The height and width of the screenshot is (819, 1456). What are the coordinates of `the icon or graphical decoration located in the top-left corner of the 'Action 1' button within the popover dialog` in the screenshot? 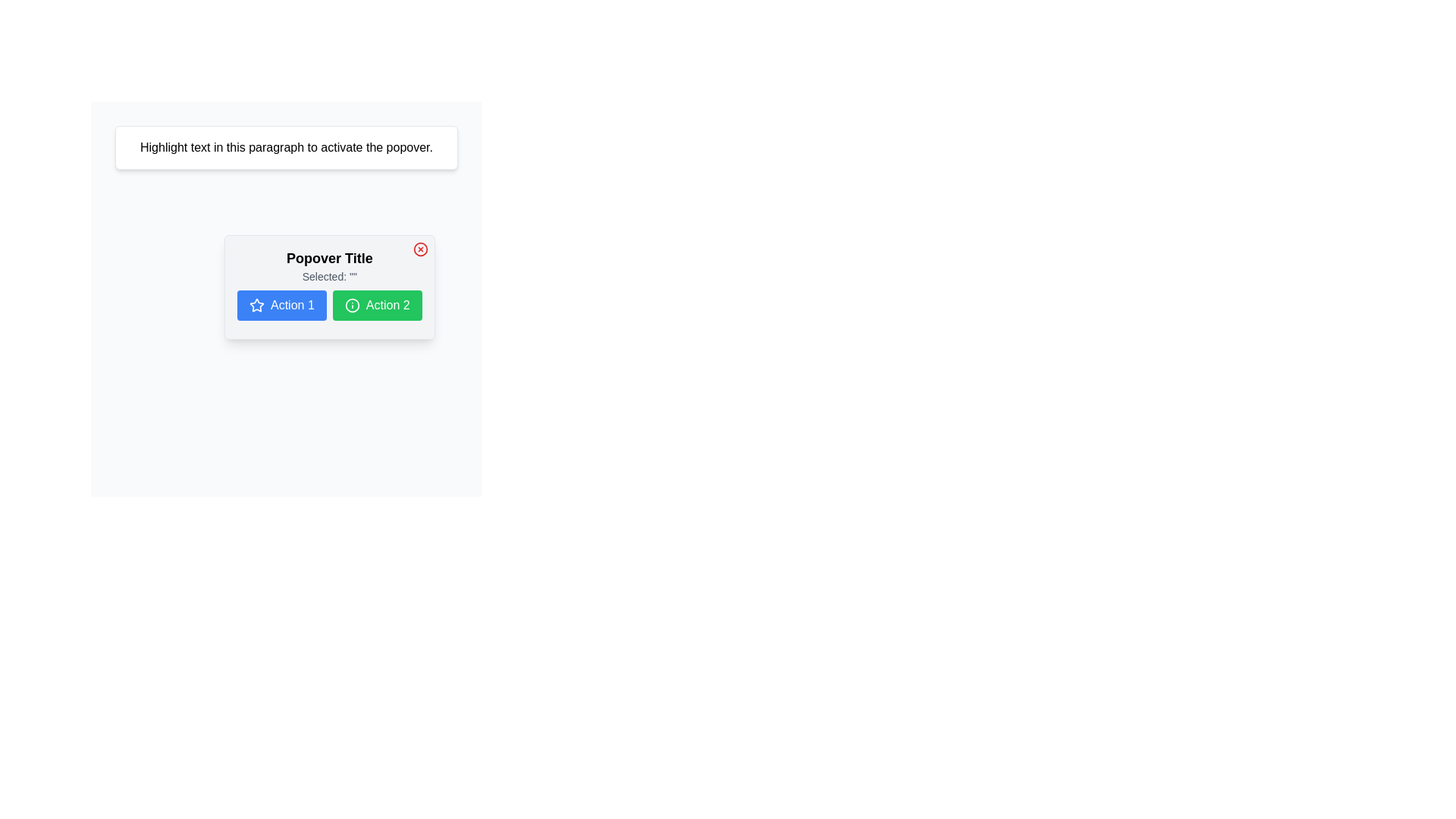 It's located at (257, 305).